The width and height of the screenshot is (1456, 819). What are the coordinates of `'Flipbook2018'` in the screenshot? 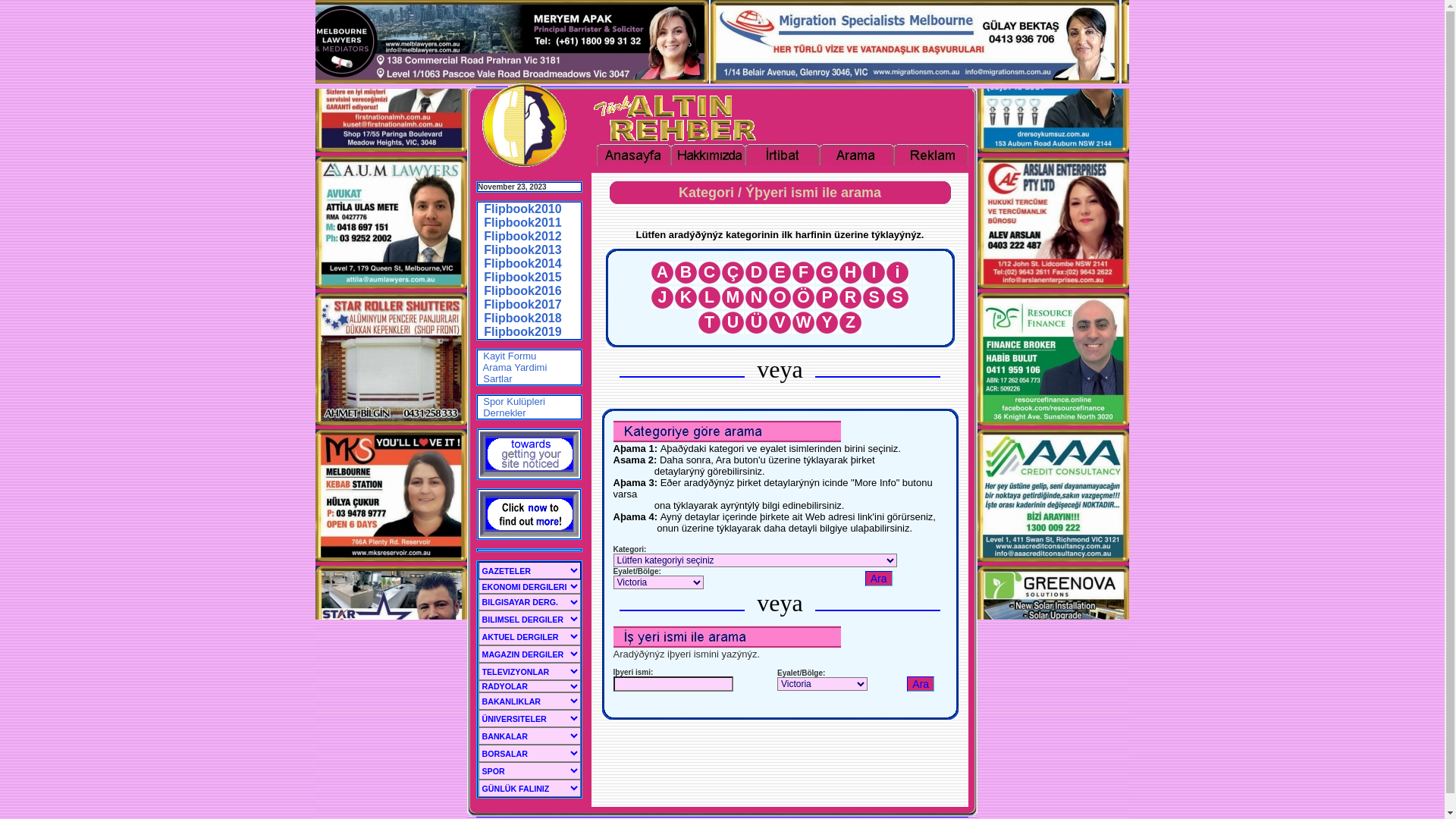 It's located at (522, 317).